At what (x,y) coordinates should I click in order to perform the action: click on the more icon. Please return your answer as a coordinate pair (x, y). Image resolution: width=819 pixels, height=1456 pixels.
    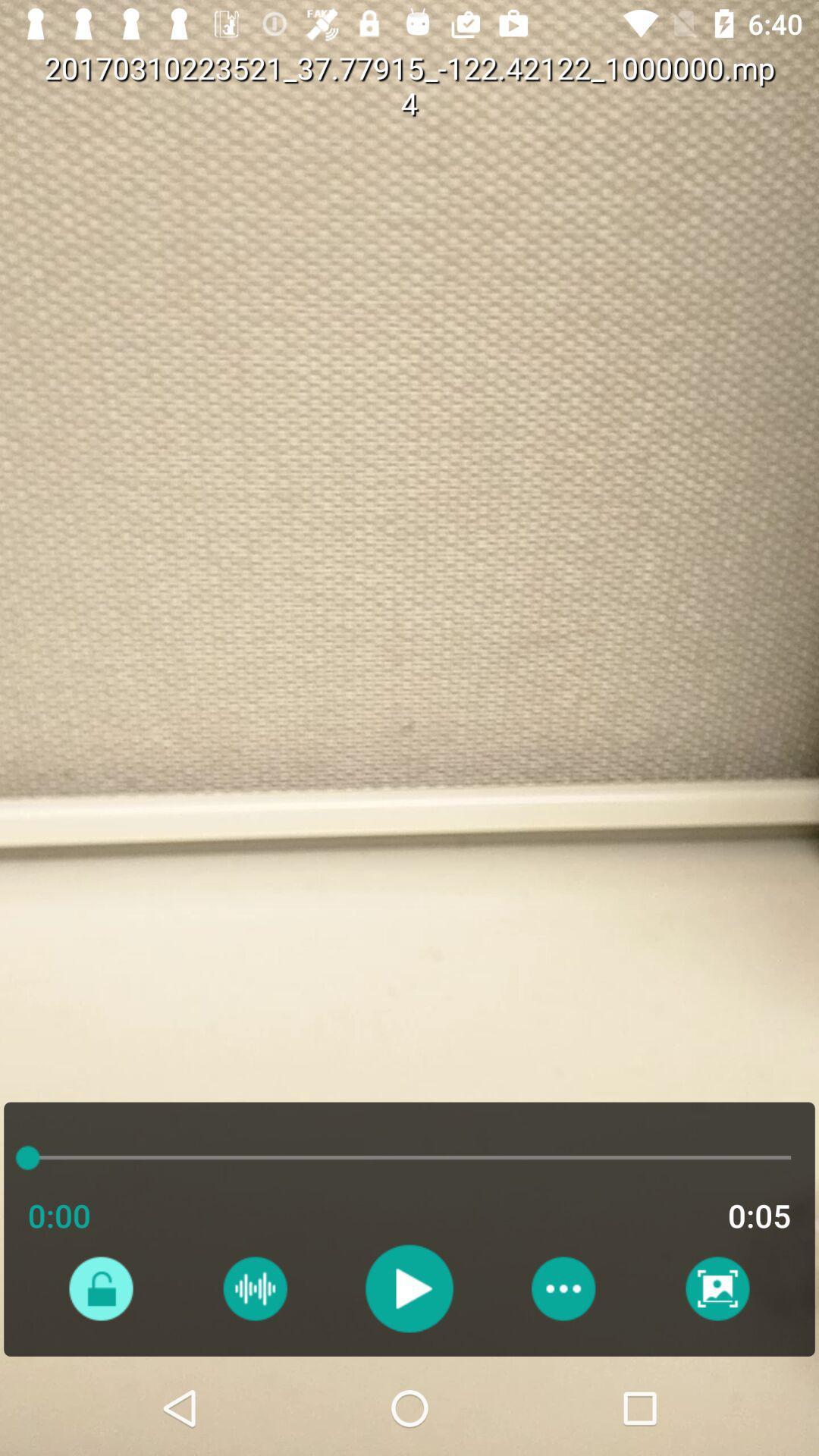
    Looking at the image, I should click on (563, 1288).